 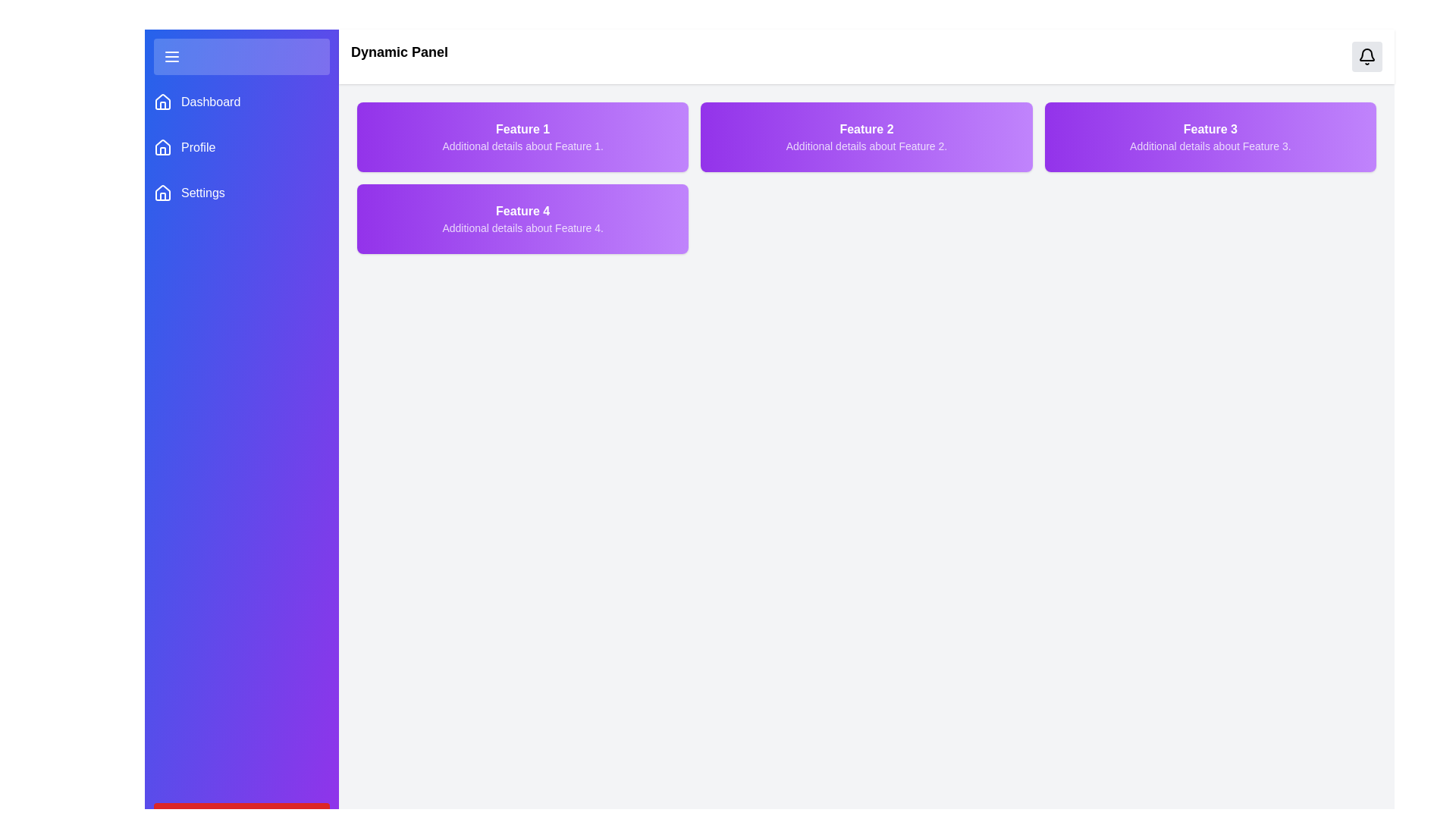 What do you see at coordinates (210, 102) in the screenshot?
I see `the 'Dashboard' text label in the navigational menu` at bounding box center [210, 102].